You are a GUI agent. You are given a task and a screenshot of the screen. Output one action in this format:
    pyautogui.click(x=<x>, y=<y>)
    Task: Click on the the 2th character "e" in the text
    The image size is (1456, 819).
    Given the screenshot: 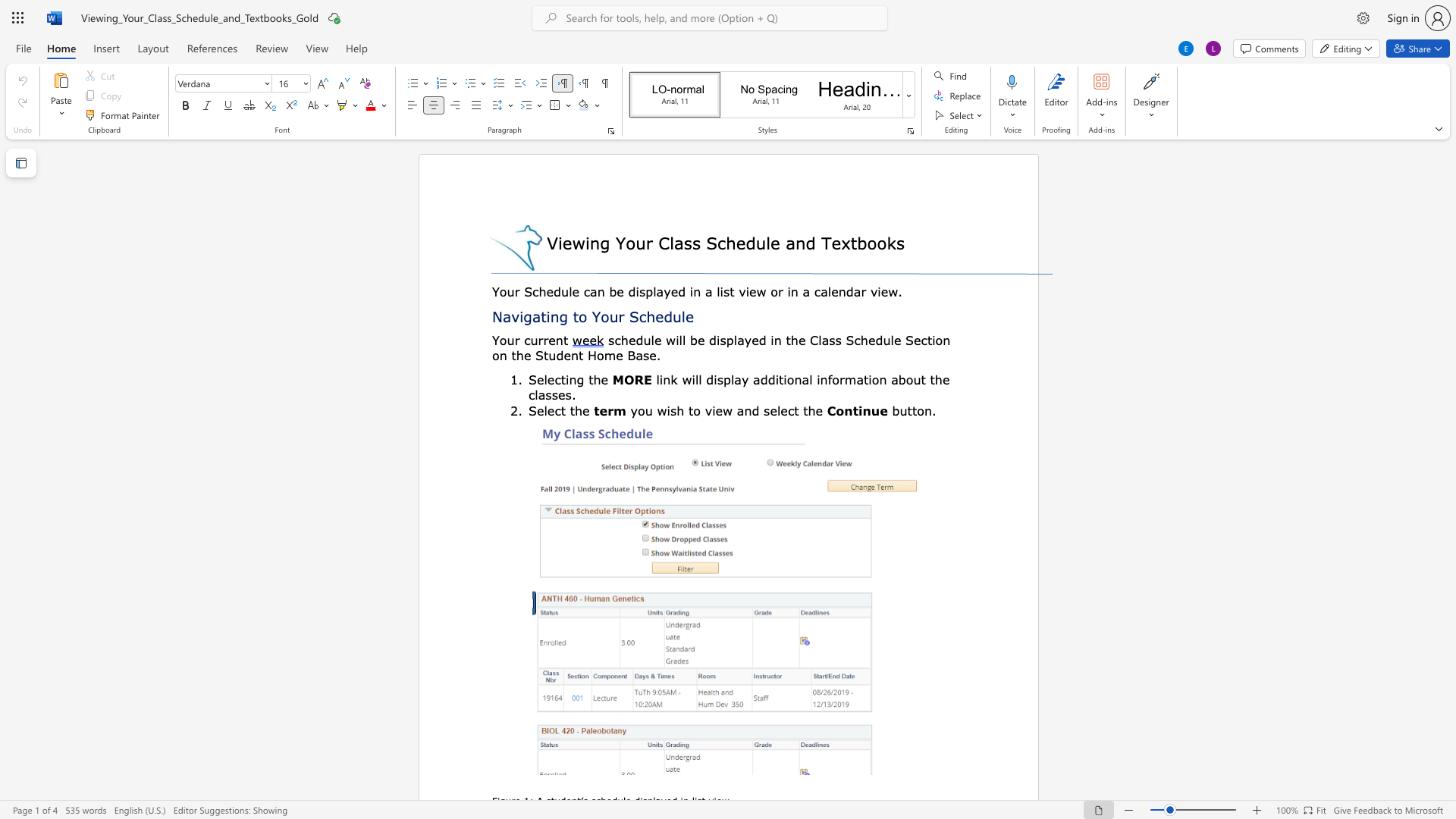 What is the action you would take?
    pyautogui.click(x=550, y=378)
    